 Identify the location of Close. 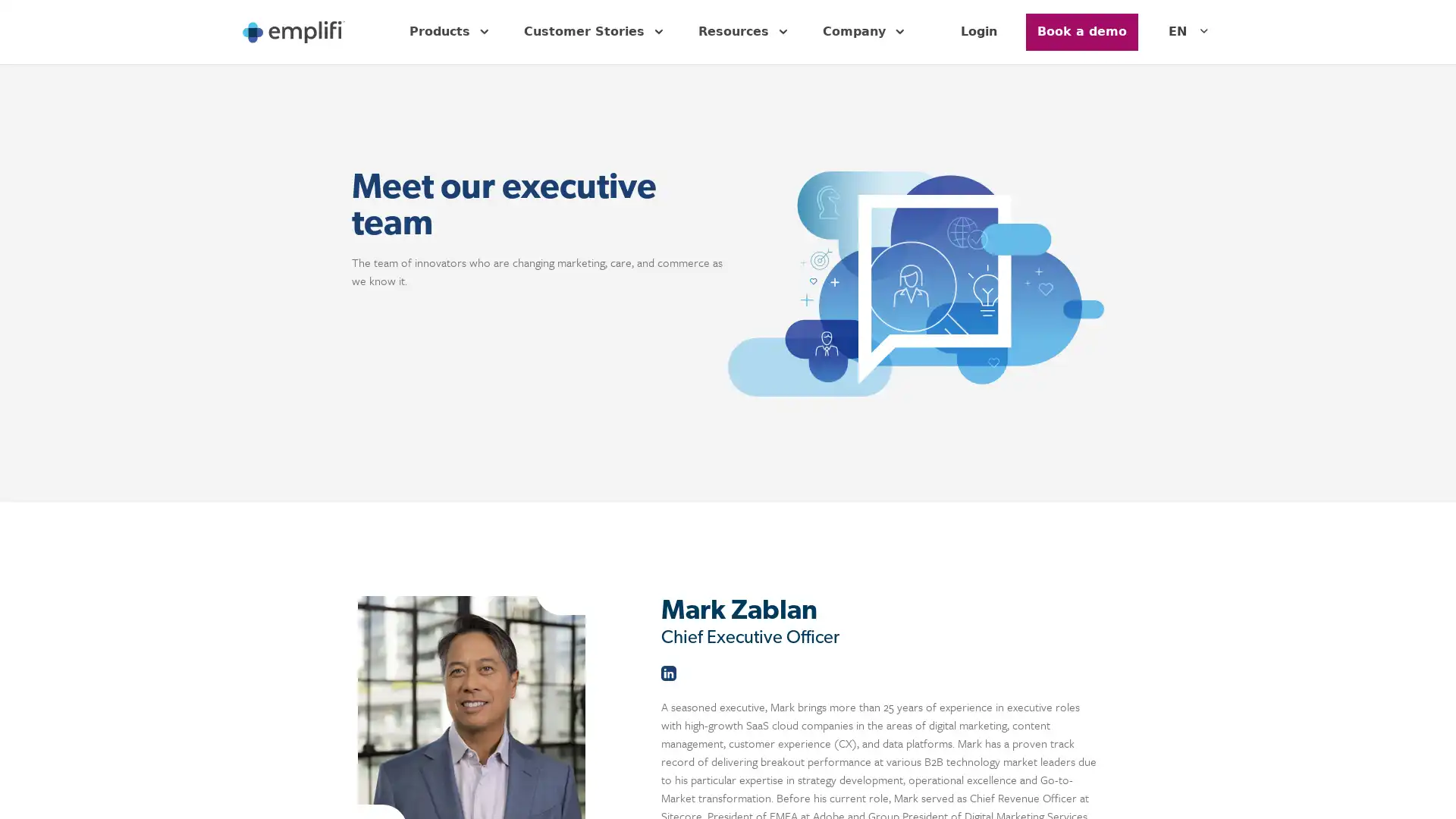
(1430, 785).